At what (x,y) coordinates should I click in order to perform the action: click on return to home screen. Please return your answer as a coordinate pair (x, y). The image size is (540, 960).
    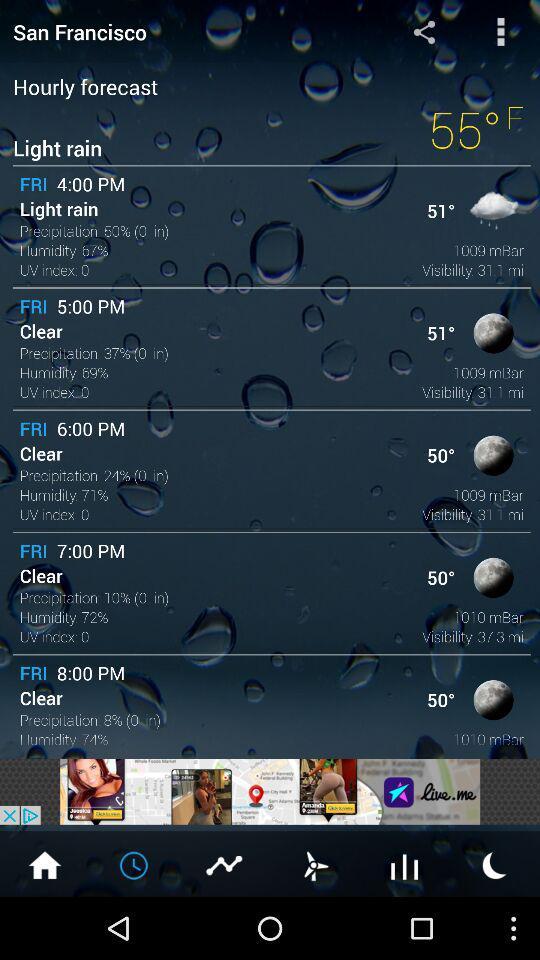
    Looking at the image, I should click on (44, 863).